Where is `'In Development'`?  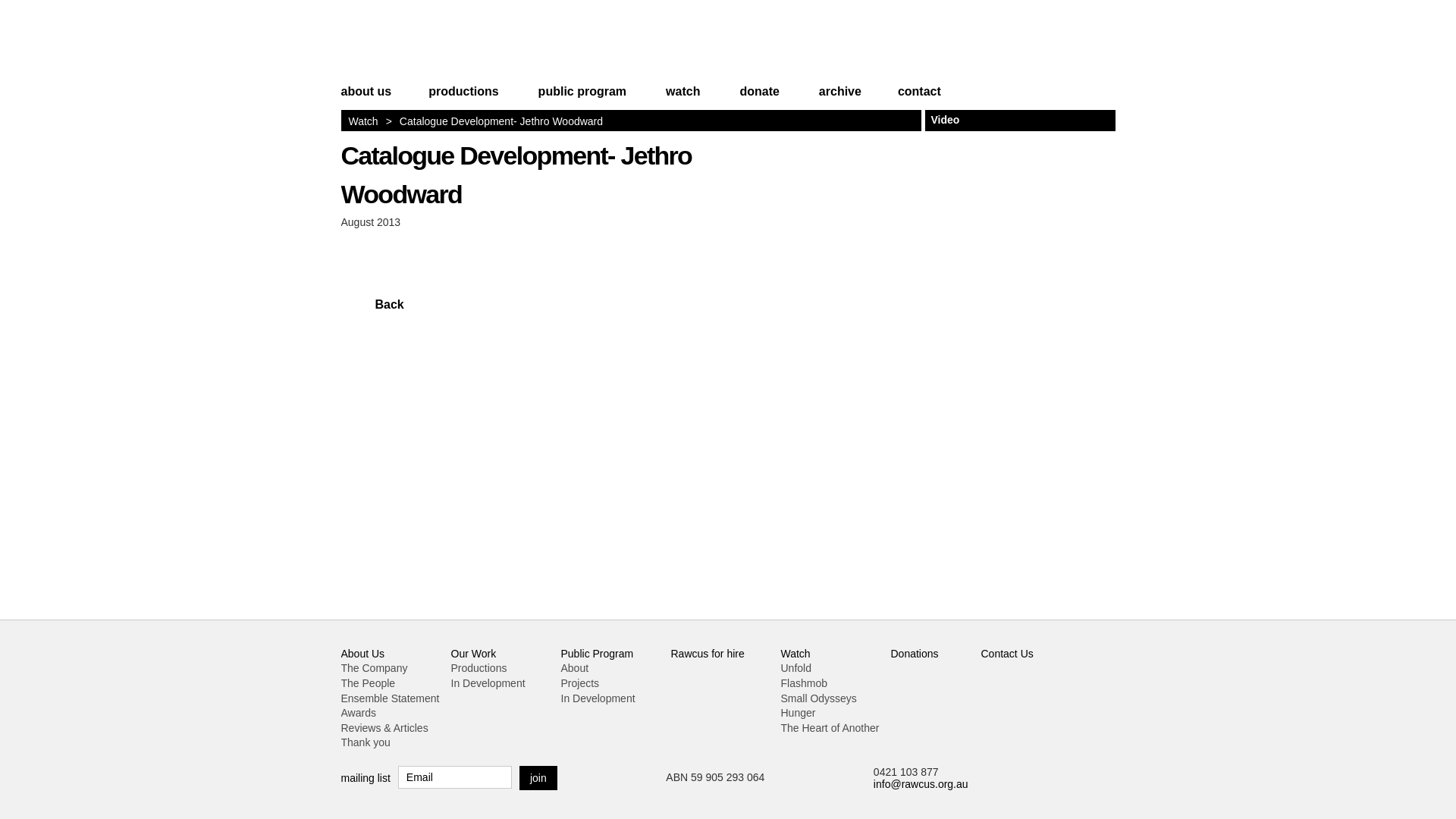 'In Development' is located at coordinates (597, 698).